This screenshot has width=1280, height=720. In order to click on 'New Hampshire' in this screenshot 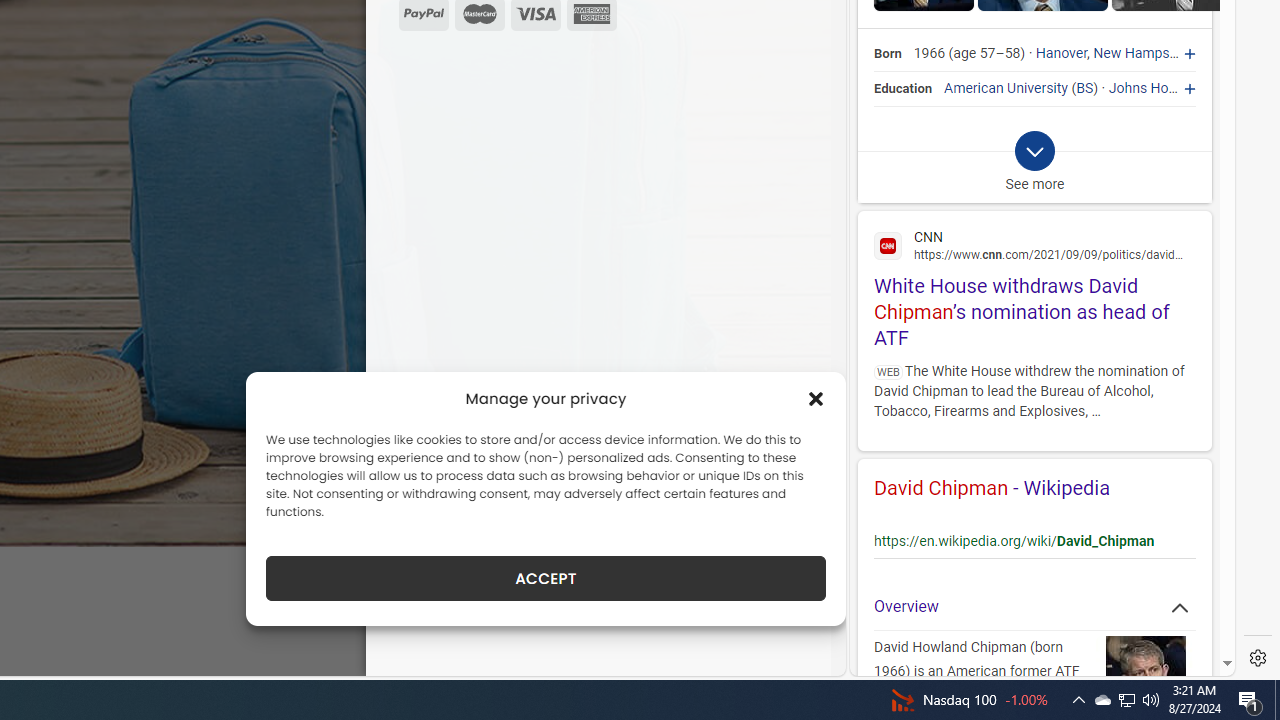, I will do `click(1143, 53)`.